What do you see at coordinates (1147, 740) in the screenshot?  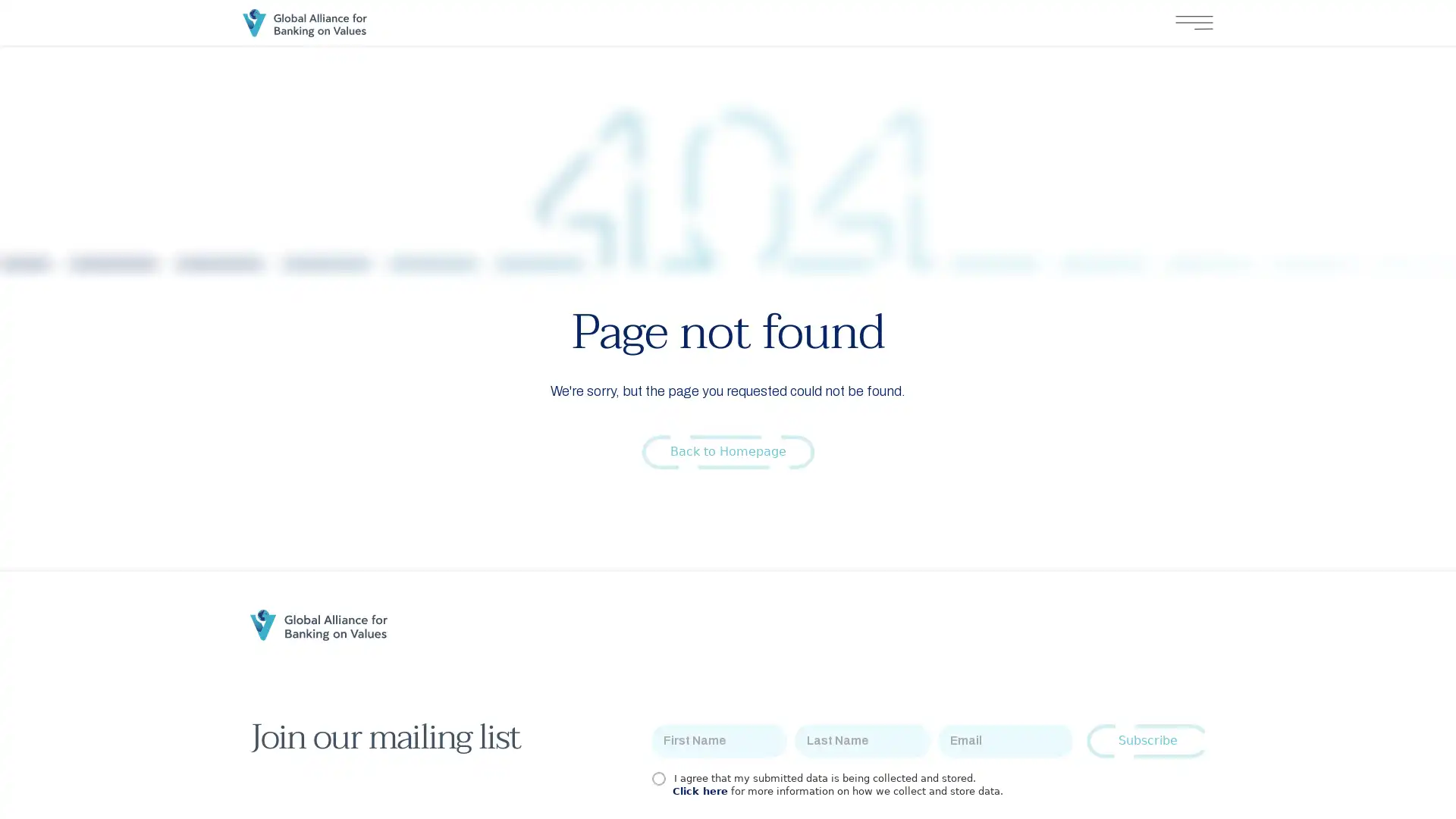 I see `Subscribe` at bounding box center [1147, 740].